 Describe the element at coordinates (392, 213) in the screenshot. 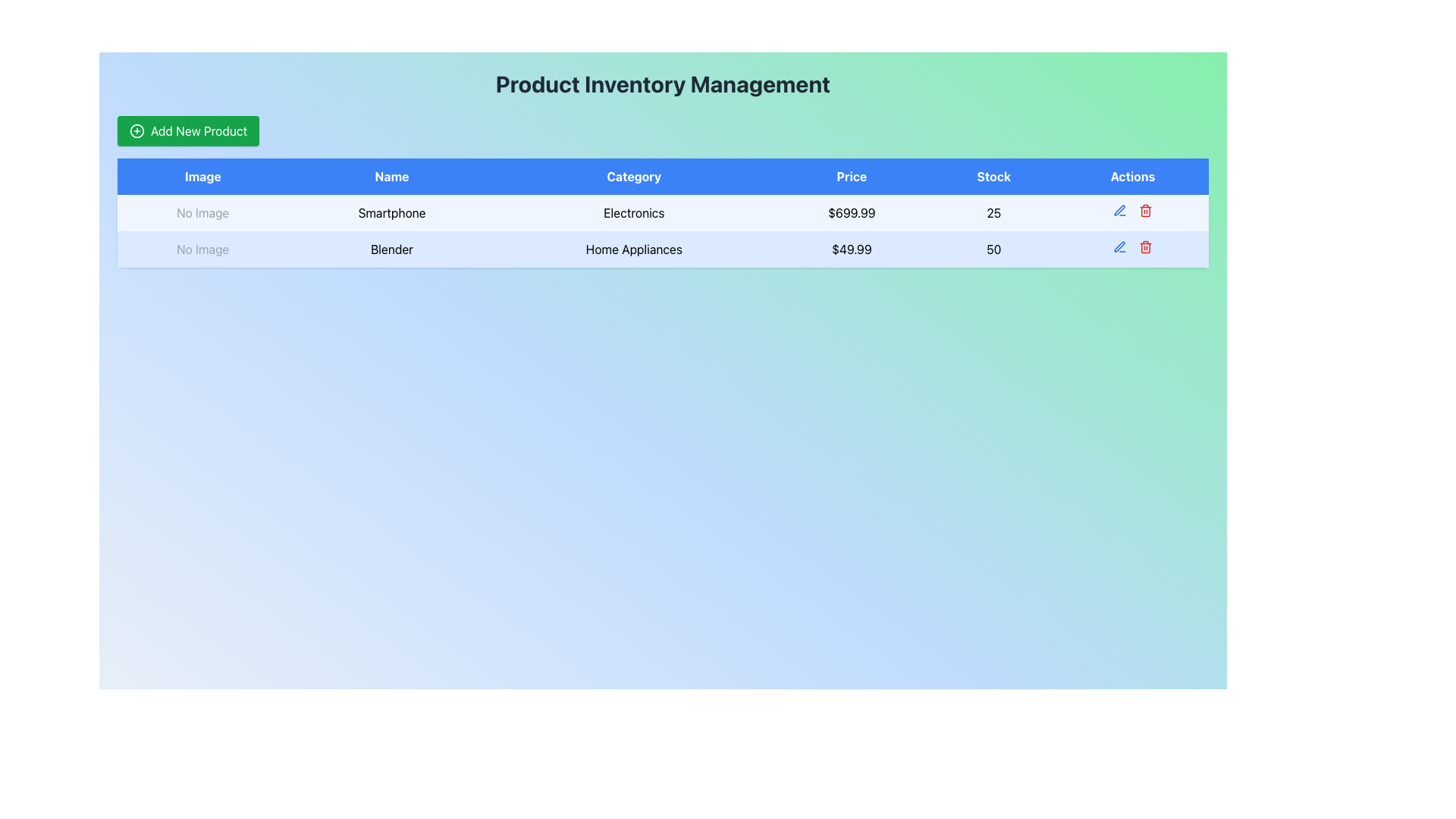

I see `the text element displaying 'Smartphone' located in the 'Name' column of the first data row in a table, which is set against a light blue background` at that location.